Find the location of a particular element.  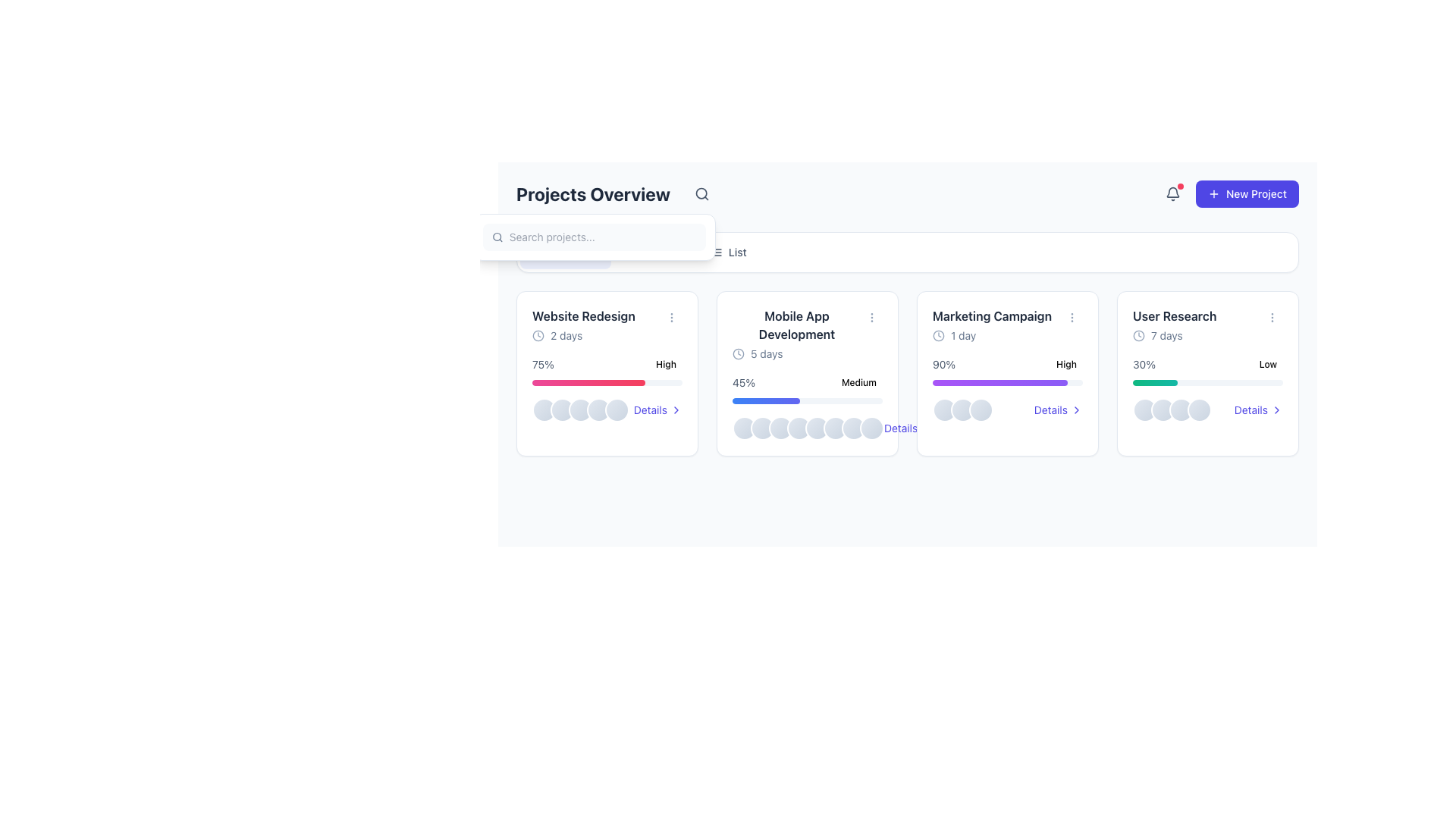

the first circular status icon located at the lower center of the 'Website Redesign' card, which serves as an indicator of progress or status is located at coordinates (544, 409).